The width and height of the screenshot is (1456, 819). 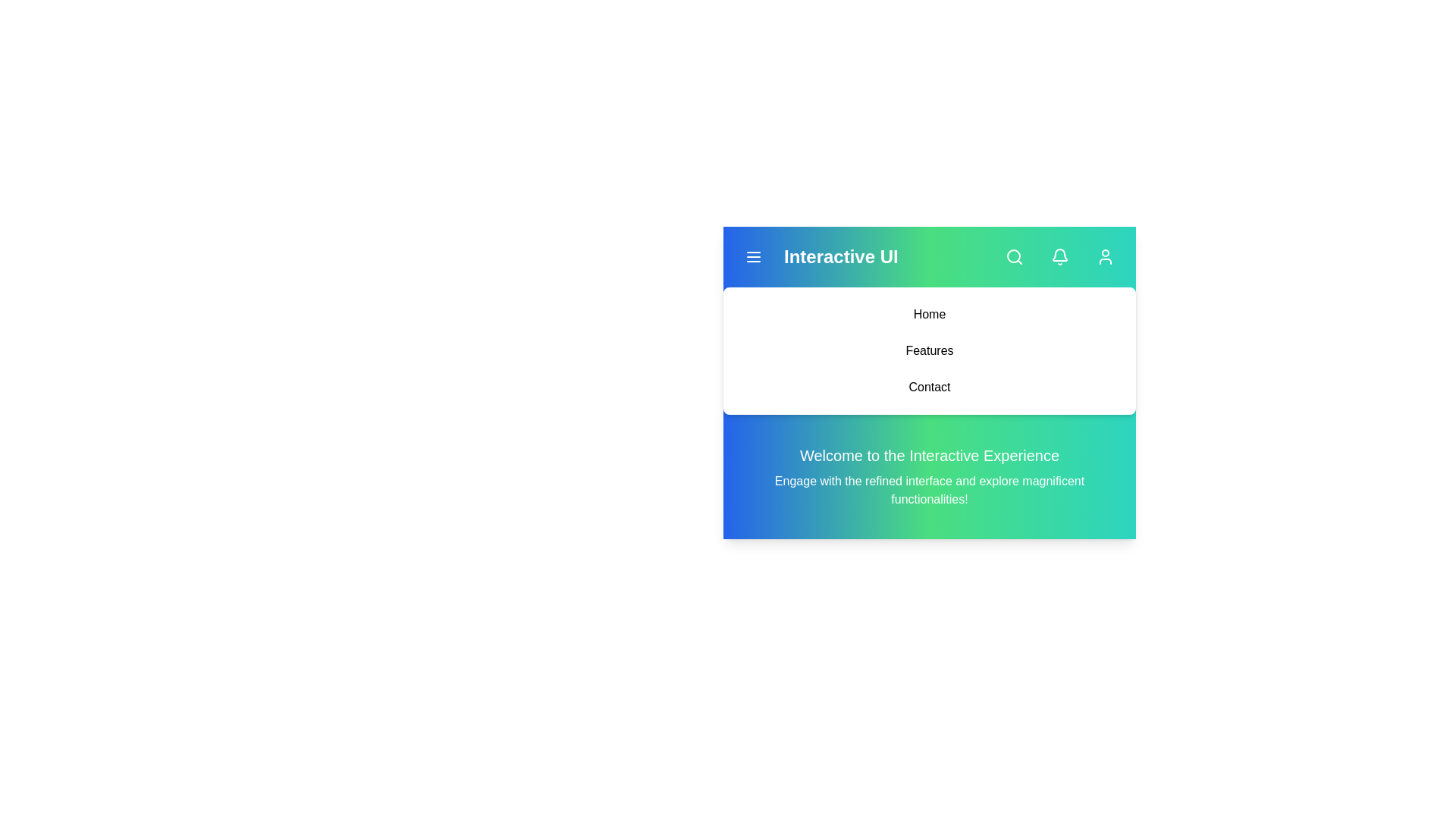 What do you see at coordinates (1015, 256) in the screenshot?
I see `the 'Search' button` at bounding box center [1015, 256].